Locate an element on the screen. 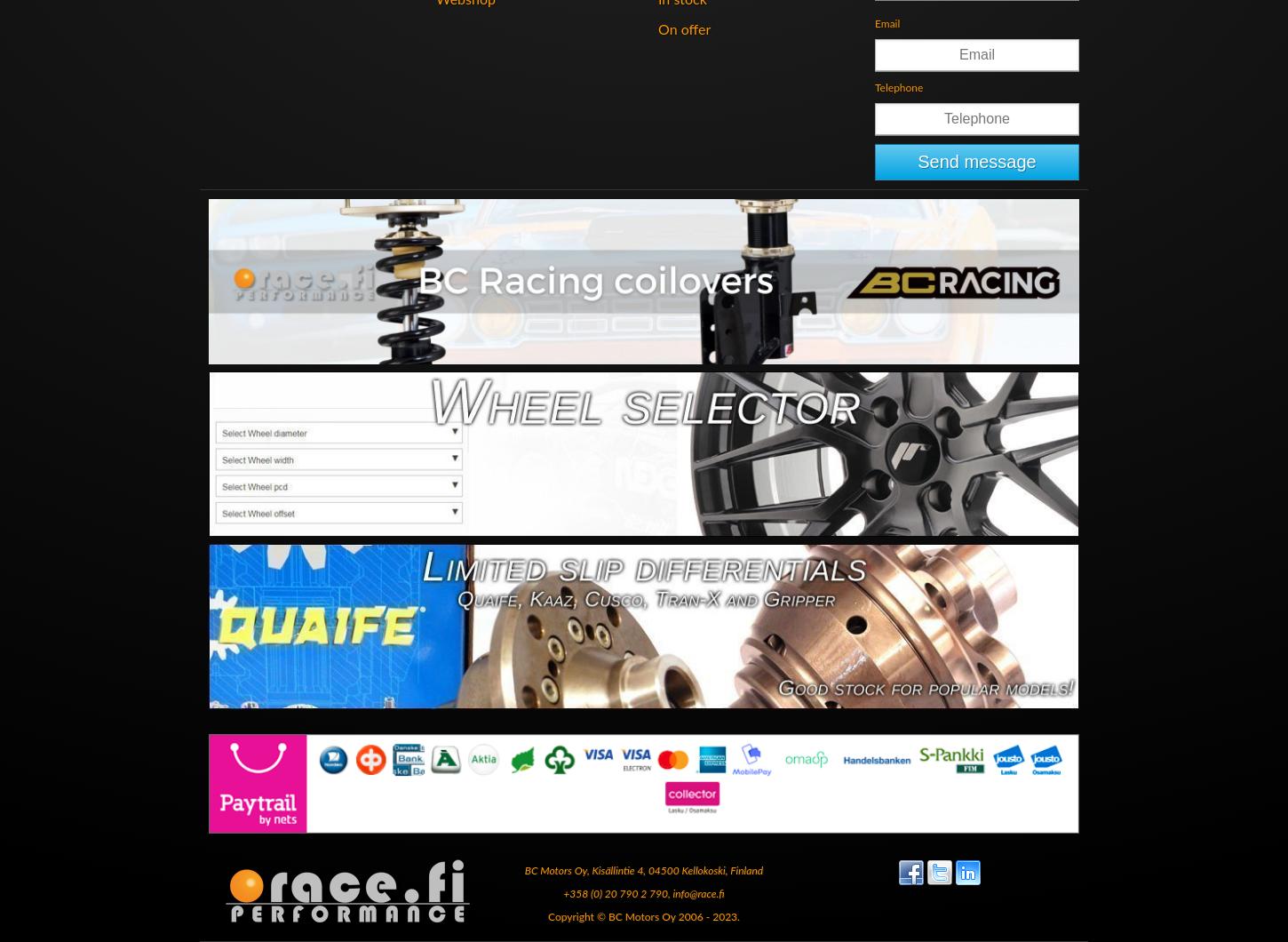 The height and width of the screenshot is (942, 1288). 'BC Motors Oy' is located at coordinates (553, 869).